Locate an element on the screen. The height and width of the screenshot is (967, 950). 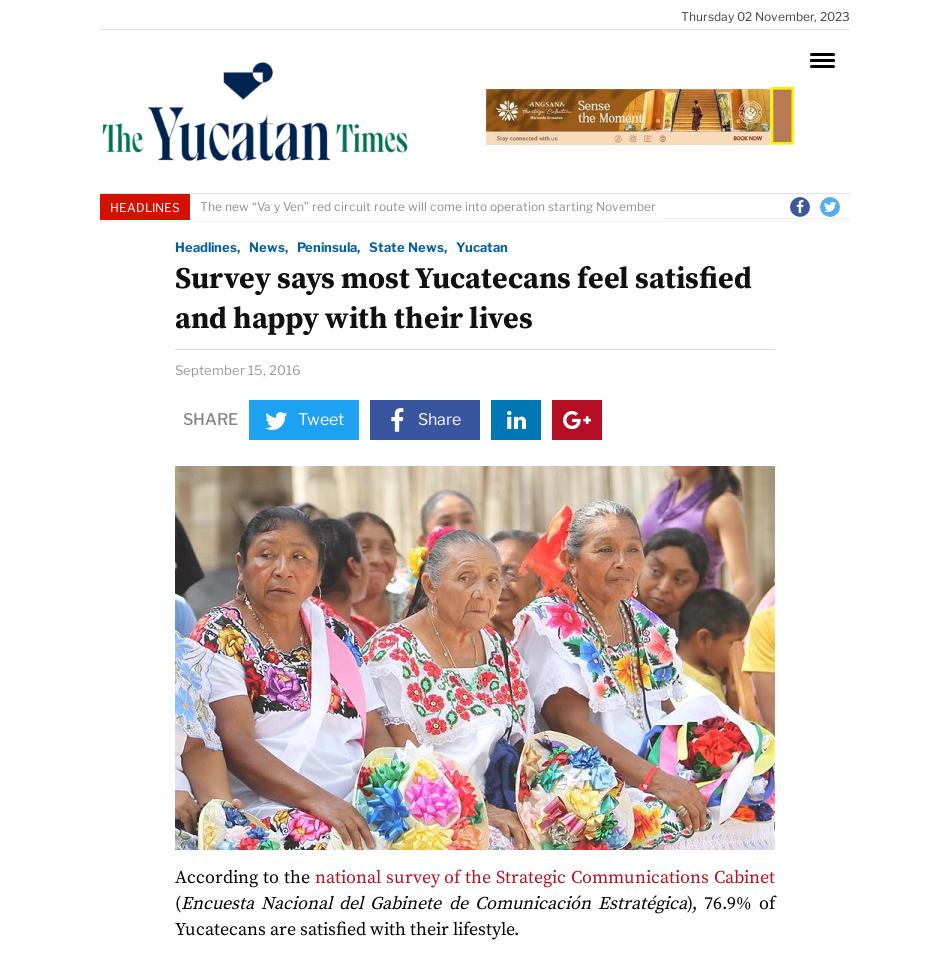
'national survey of the Strategic Communications Cabinet' is located at coordinates (312, 876).